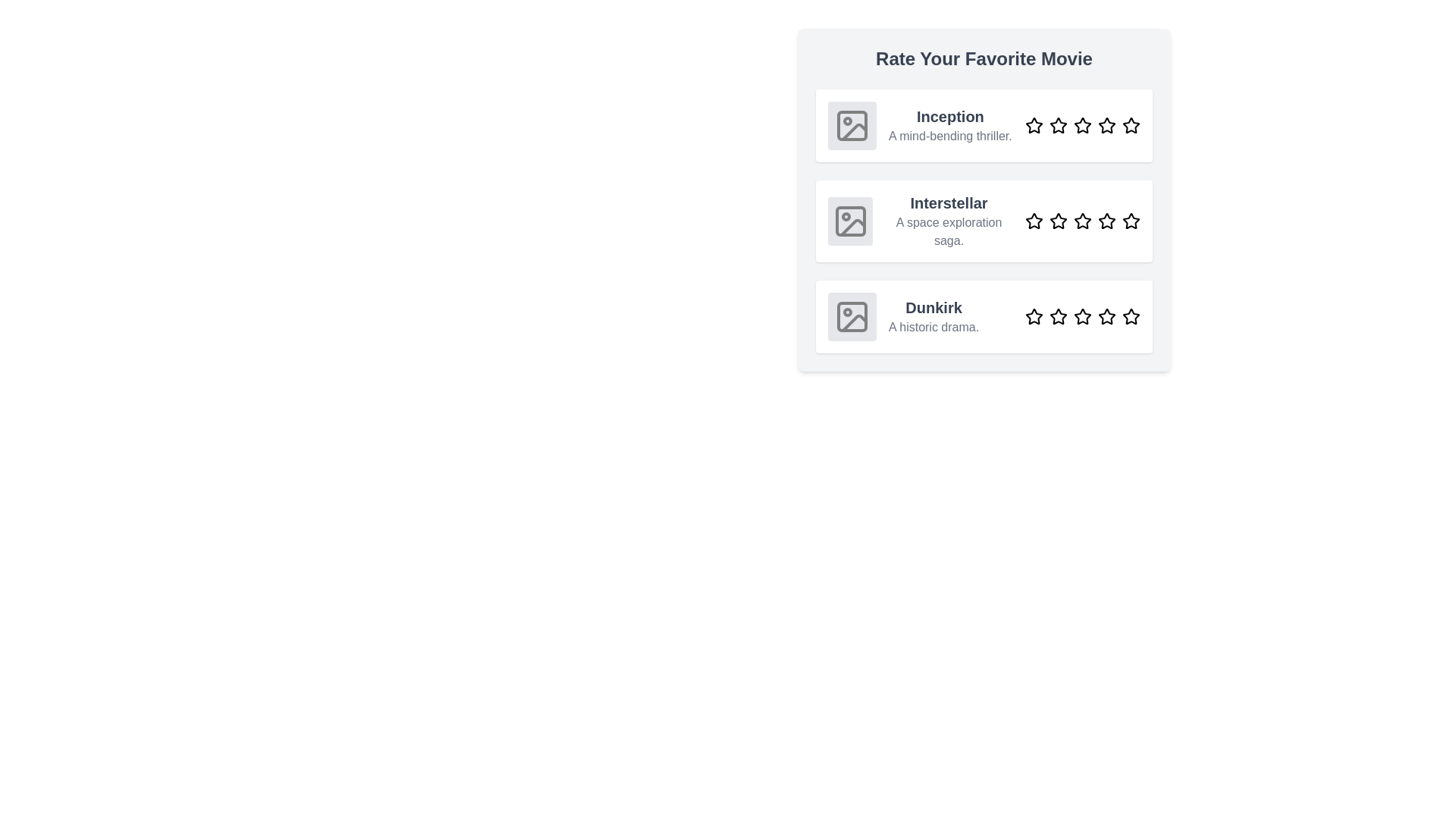 This screenshot has width=1456, height=819. I want to click on the first rating star button for the movie 'Inception', so click(1033, 124).